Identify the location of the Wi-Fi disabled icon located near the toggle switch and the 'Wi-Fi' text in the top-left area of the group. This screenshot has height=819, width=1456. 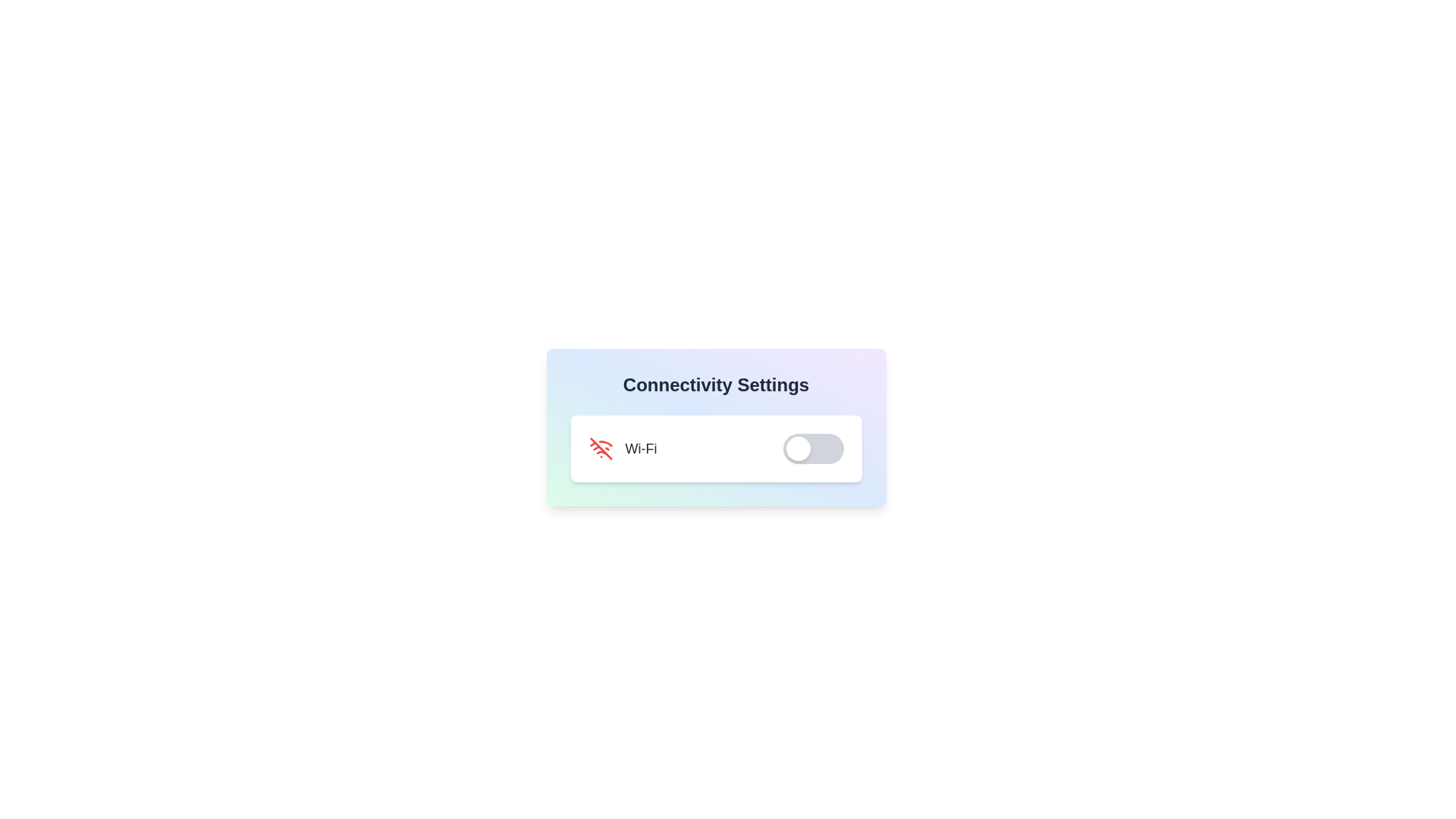
(600, 447).